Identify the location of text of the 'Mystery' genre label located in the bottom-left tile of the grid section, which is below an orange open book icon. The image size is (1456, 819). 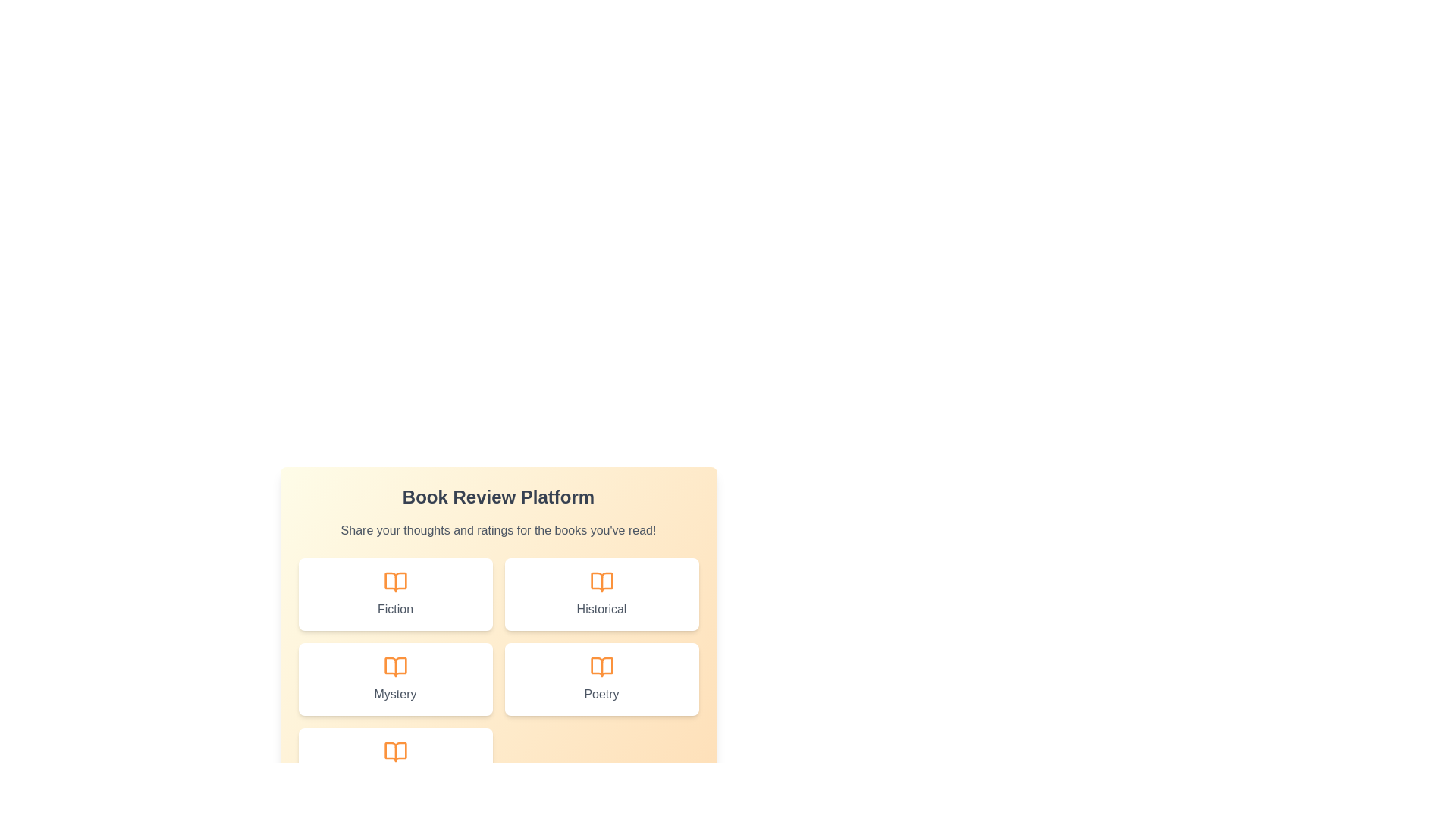
(395, 694).